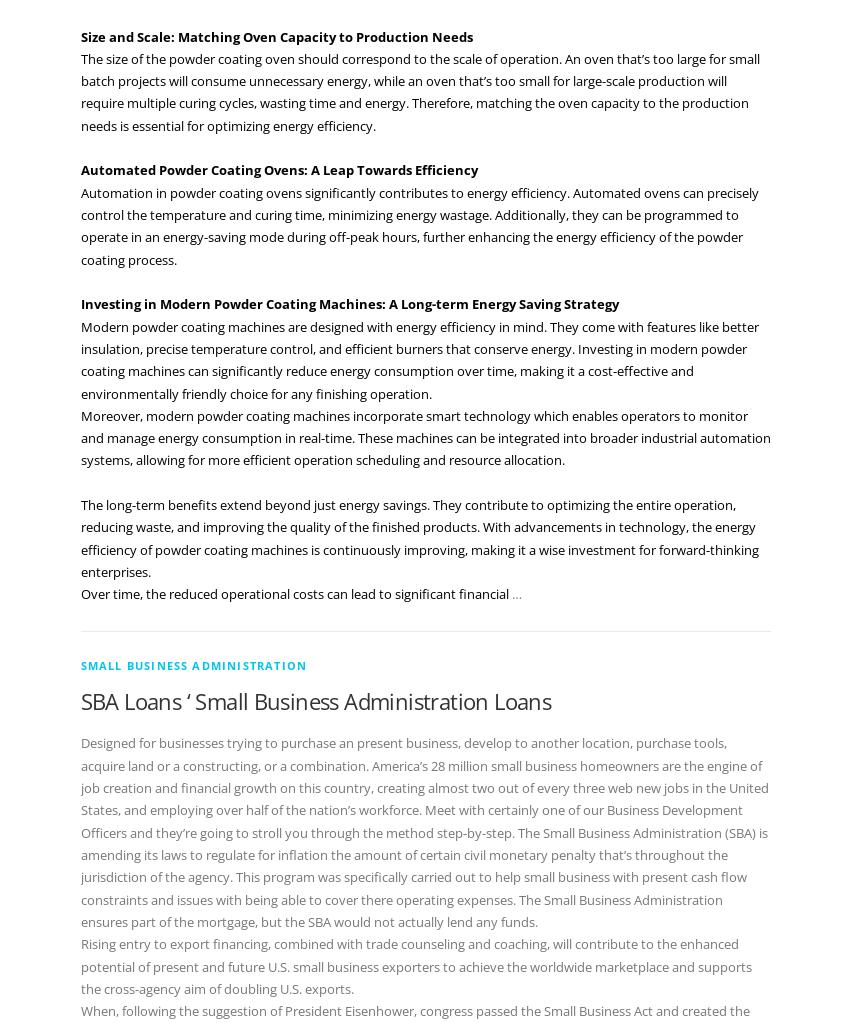  Describe the element at coordinates (78, 358) in the screenshot. I see `'Modern powder coating machines are designed with energy efficiency in mind. They come with features like better insulation, precise temperature control, and efficient burners that conserve energy. Investing in modern powder coating machines can significantly reduce energy consumption over time, making it a cost-effective and environmentally friendly choice for any finishing operation.'` at that location.